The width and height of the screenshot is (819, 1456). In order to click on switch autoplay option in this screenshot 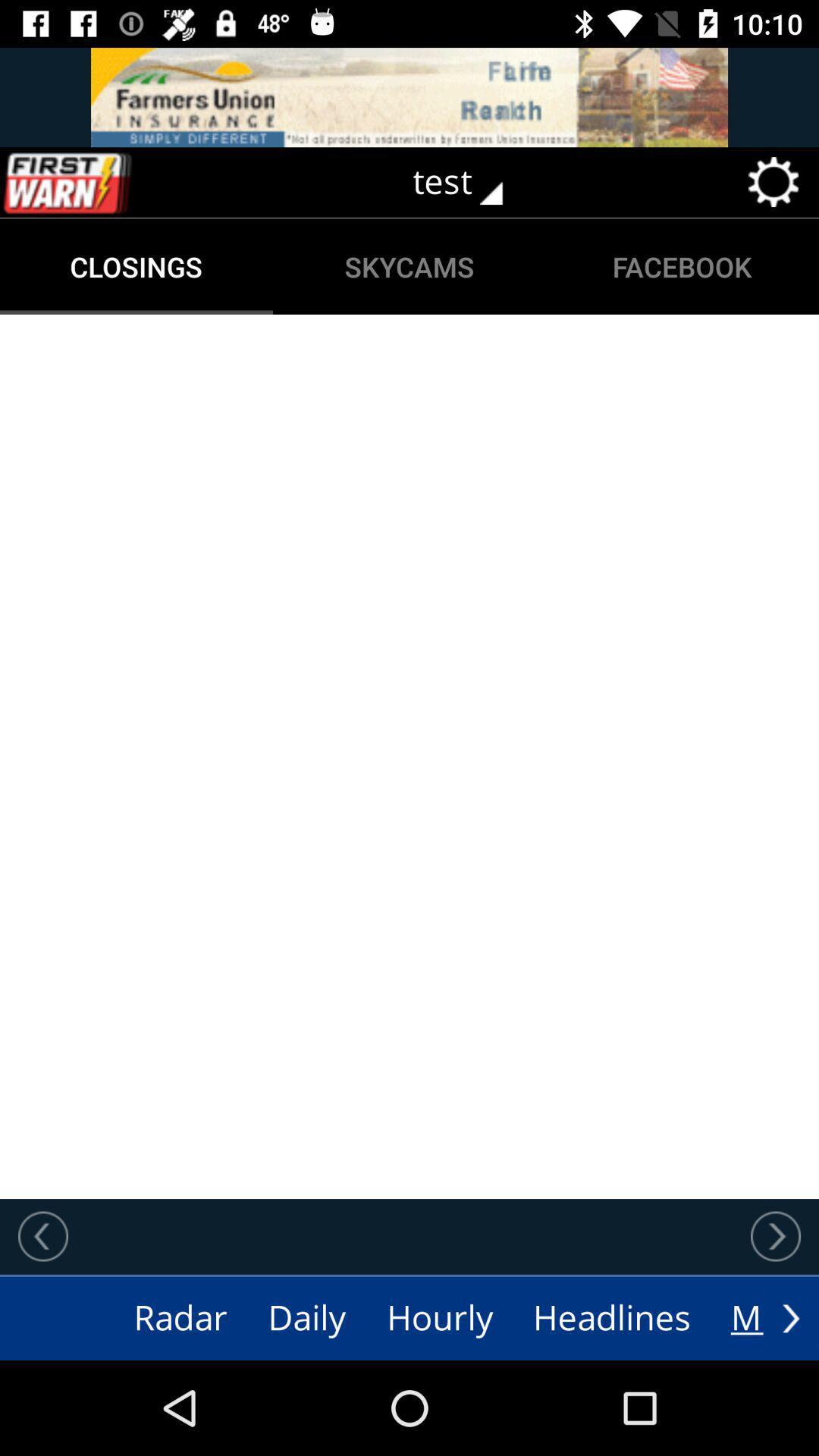, I will do `click(409, 96)`.